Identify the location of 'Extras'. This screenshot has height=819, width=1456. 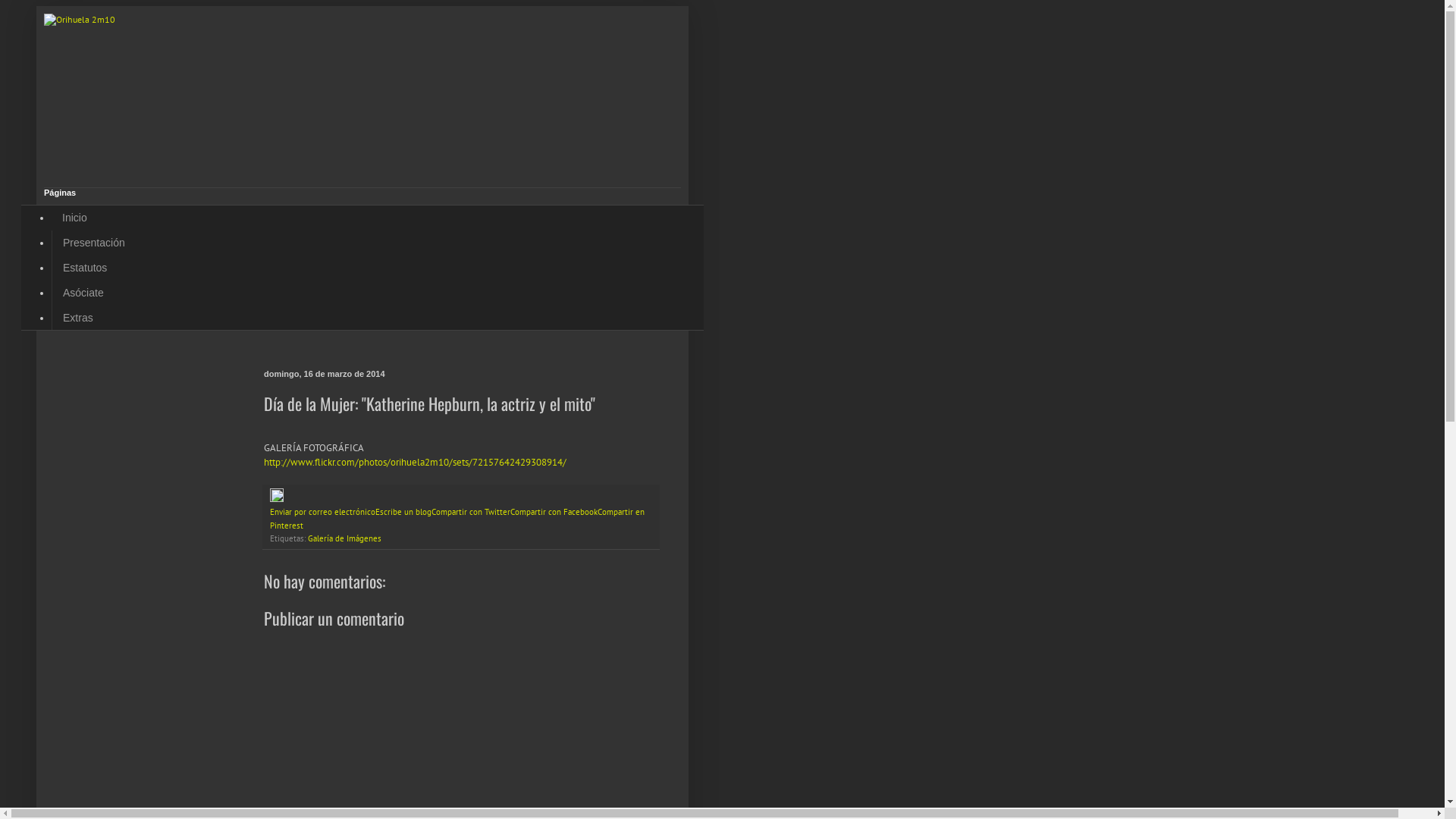
(77, 316).